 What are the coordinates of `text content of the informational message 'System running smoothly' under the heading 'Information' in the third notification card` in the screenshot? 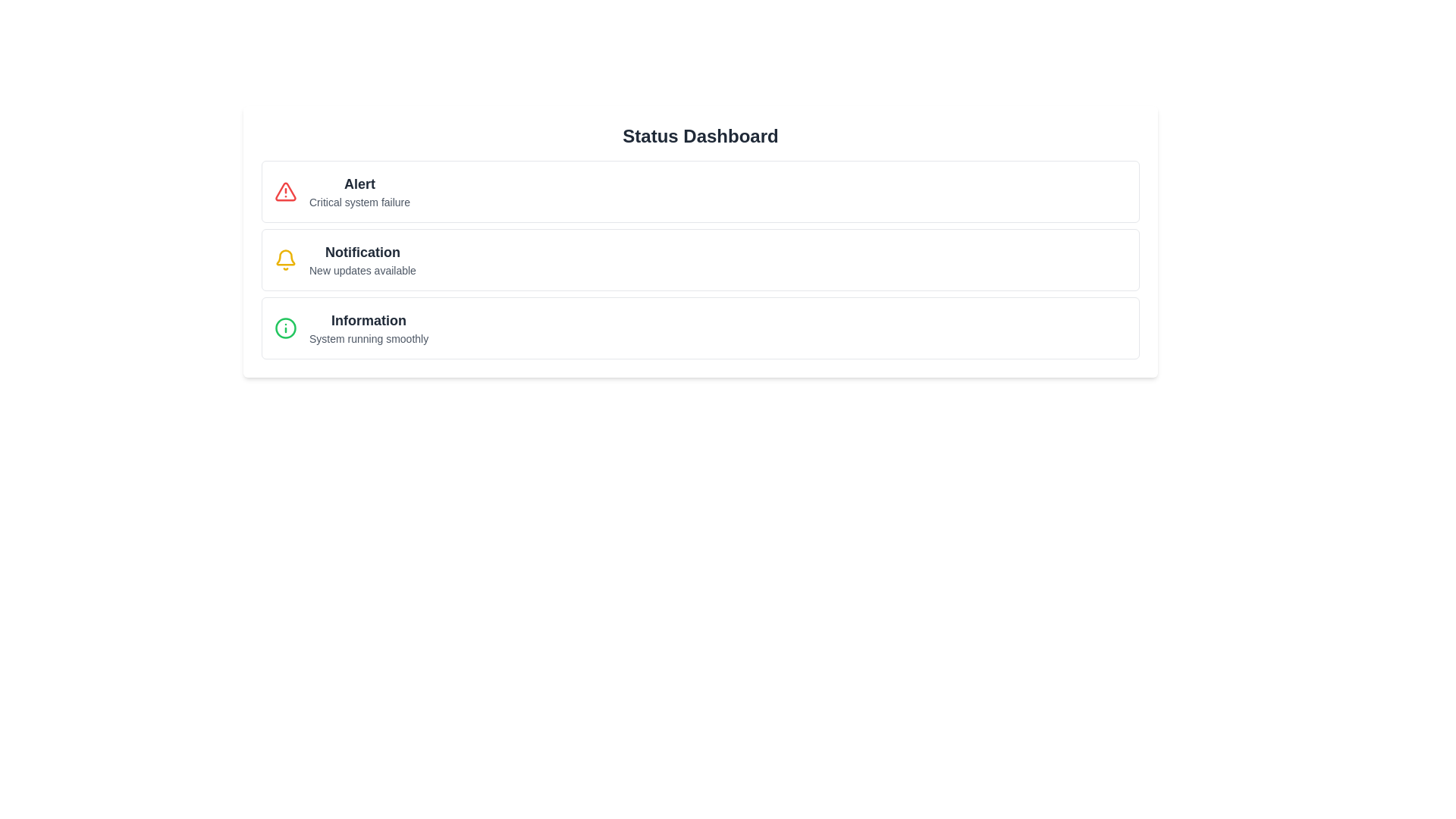 It's located at (369, 327).